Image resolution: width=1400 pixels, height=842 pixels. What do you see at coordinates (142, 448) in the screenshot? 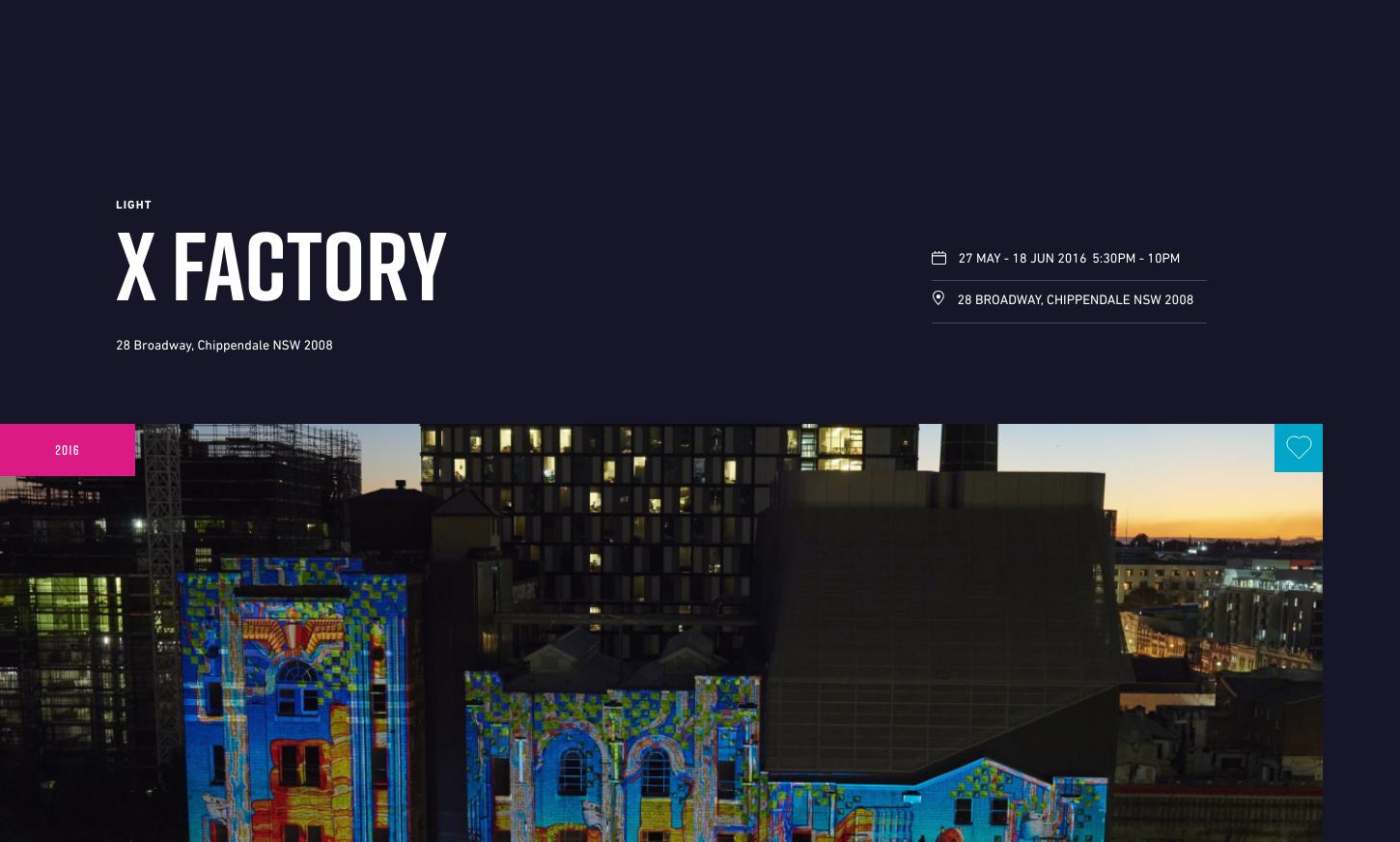
I see `'Acknowledgement Of Country'` at bounding box center [142, 448].